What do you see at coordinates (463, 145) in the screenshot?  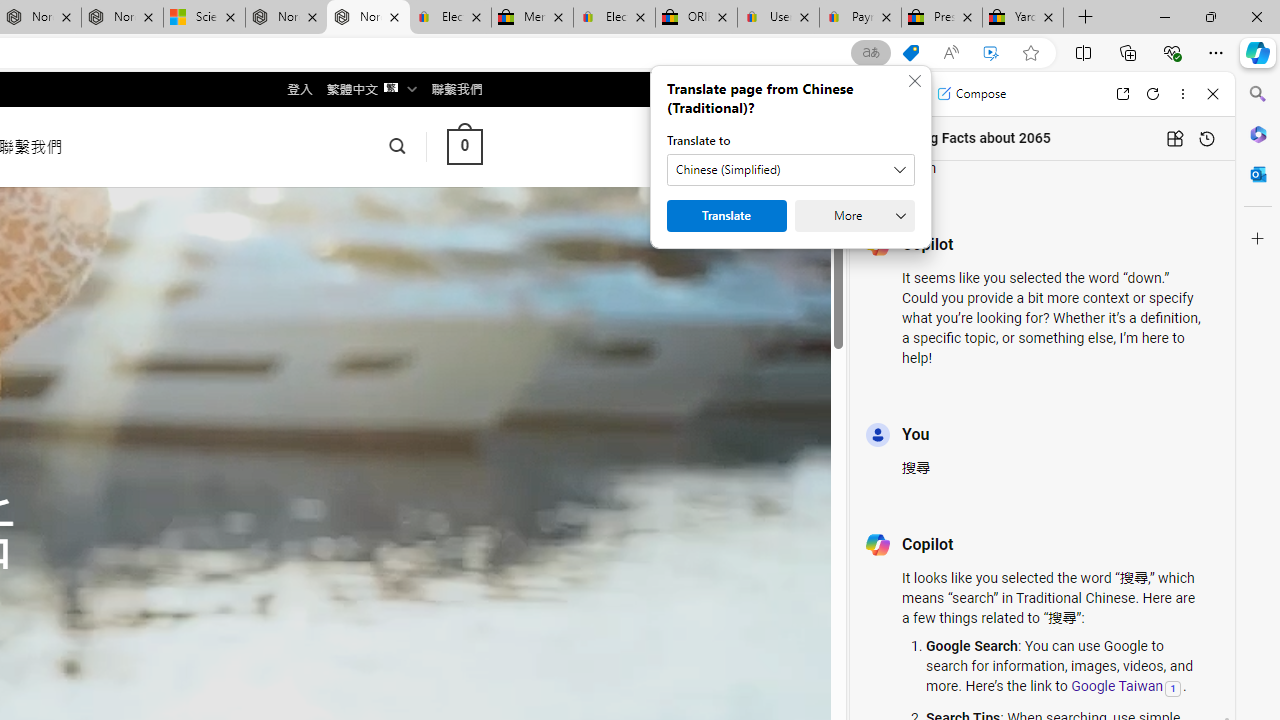 I see `'  0  '` at bounding box center [463, 145].